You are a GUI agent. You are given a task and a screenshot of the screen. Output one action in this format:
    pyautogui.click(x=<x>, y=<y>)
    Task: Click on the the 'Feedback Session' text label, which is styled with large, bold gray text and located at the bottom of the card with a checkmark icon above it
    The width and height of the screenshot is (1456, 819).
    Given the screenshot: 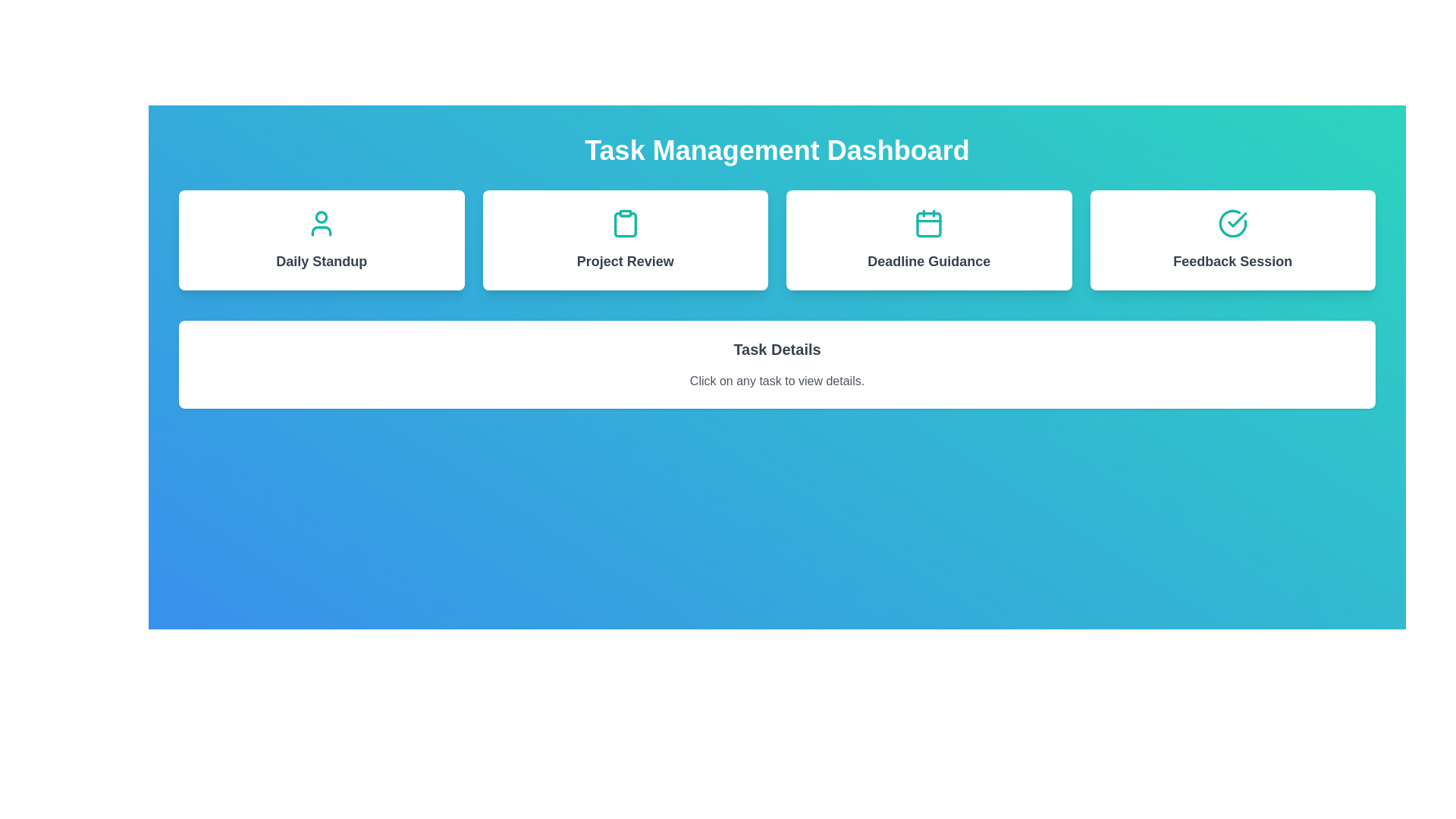 What is the action you would take?
    pyautogui.click(x=1232, y=260)
    